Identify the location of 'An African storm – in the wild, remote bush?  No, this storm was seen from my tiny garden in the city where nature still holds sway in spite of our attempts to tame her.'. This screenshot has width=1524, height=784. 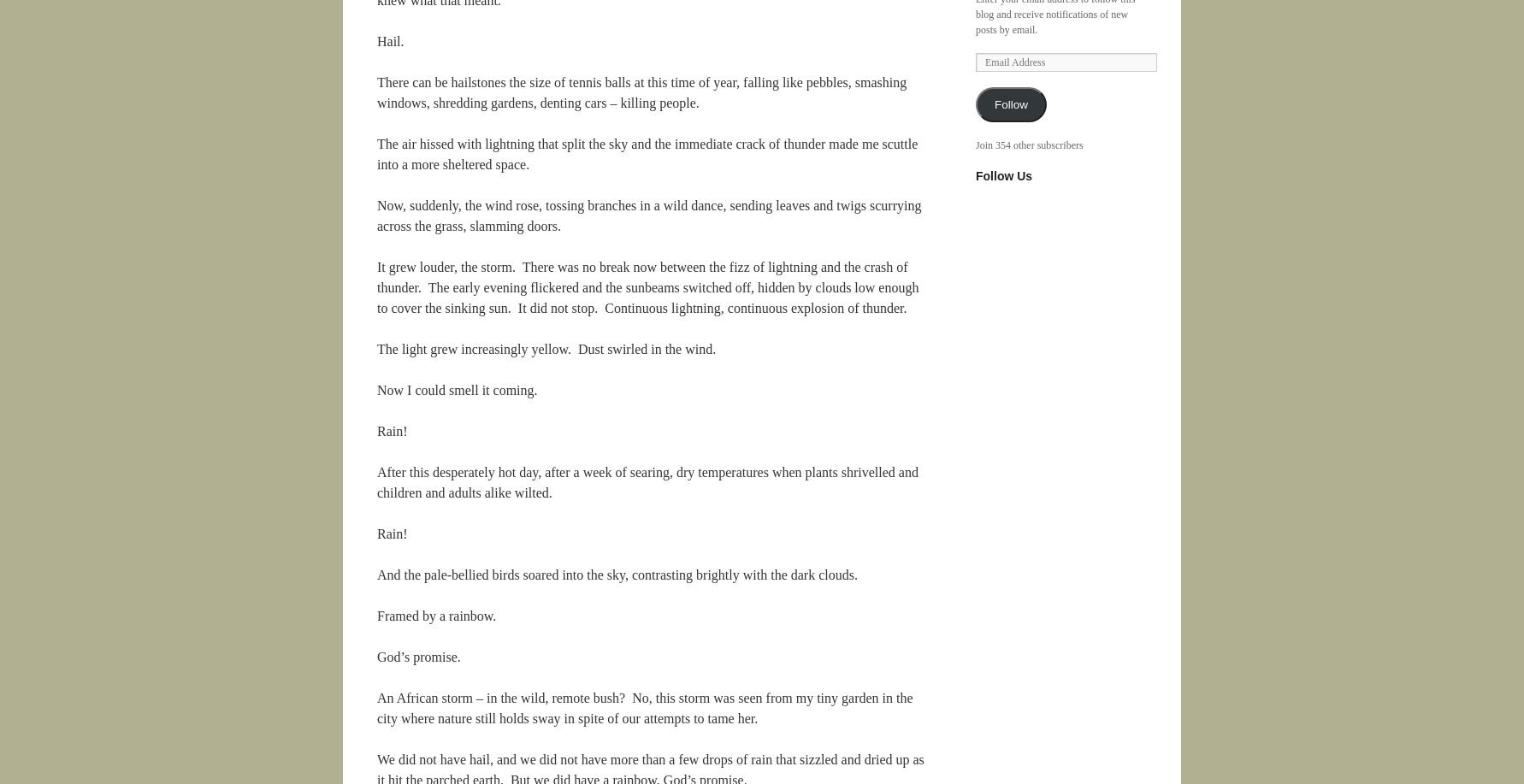
(644, 708).